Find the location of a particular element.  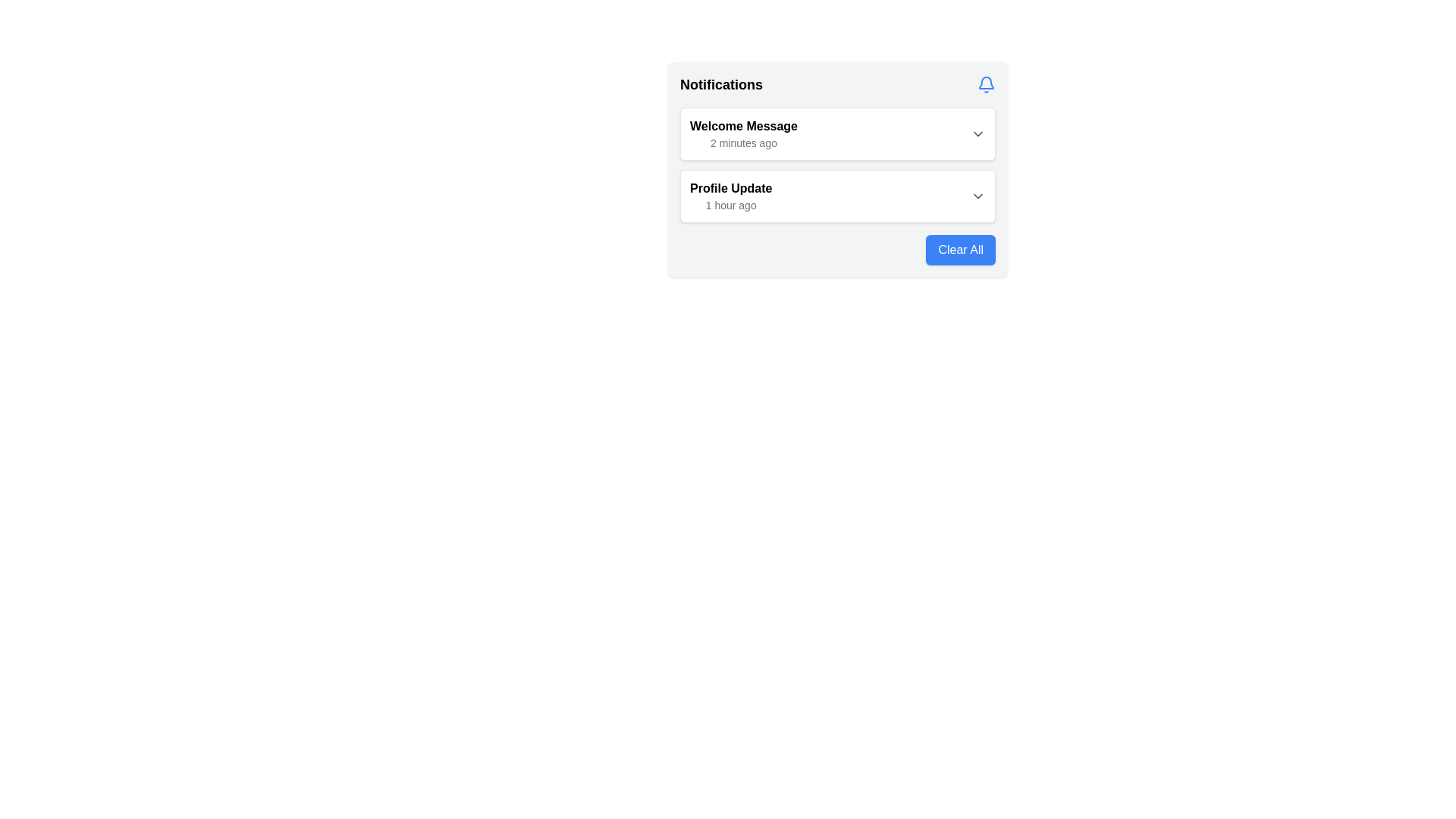

text content of the notification titled 'Welcome Message' with the timestamp '2 minutes ago', which is the first notification in the list is located at coordinates (743, 133).